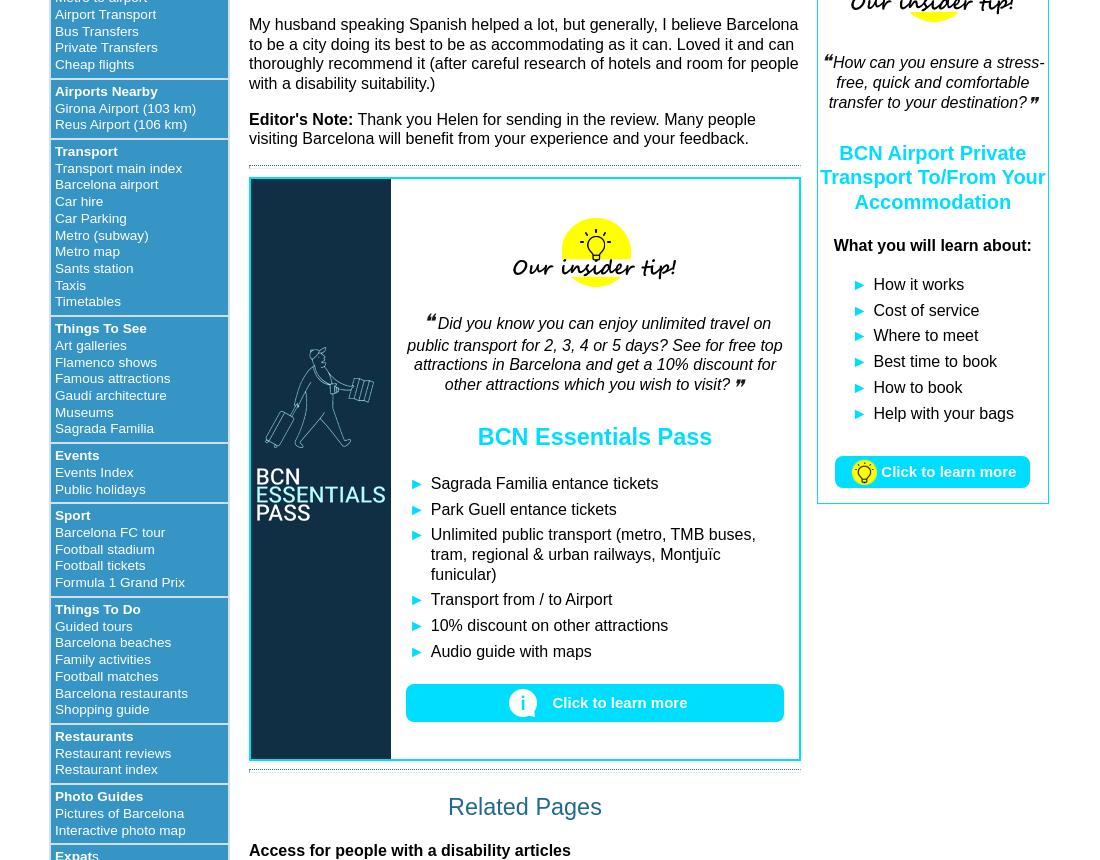  I want to click on 'Football matches', so click(106, 675).